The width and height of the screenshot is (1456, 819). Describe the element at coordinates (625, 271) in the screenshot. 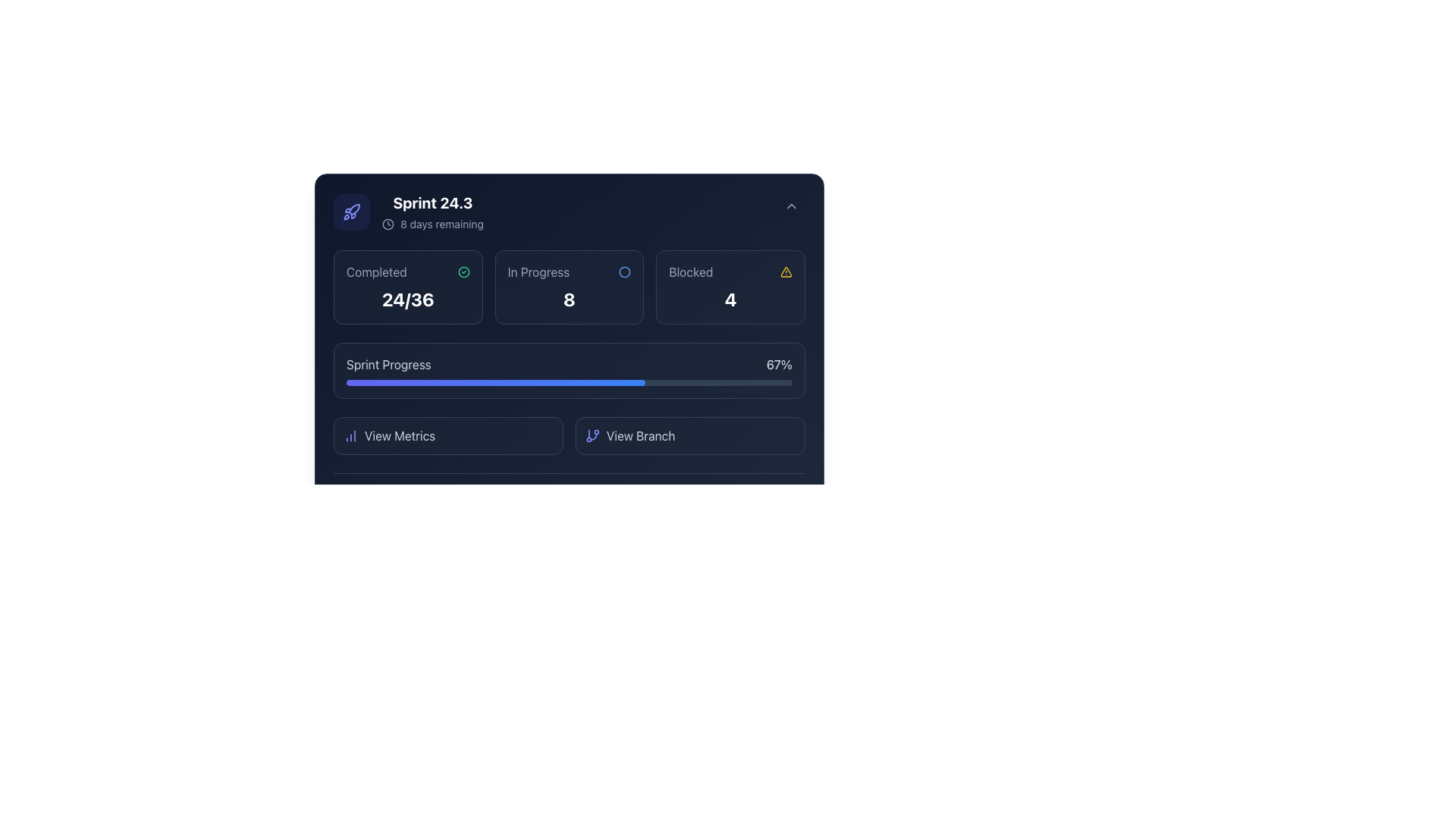

I see `the small circular icon with a blue border, which indicates 'In Progress' status, centered above the number '8'` at that location.